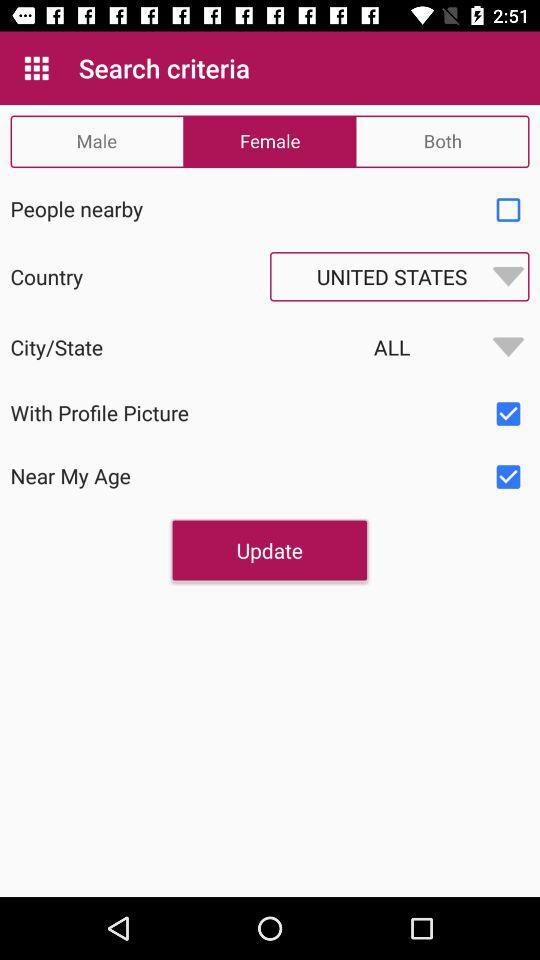 The image size is (540, 960). What do you see at coordinates (508, 210) in the screenshot?
I see `find people nearby` at bounding box center [508, 210].